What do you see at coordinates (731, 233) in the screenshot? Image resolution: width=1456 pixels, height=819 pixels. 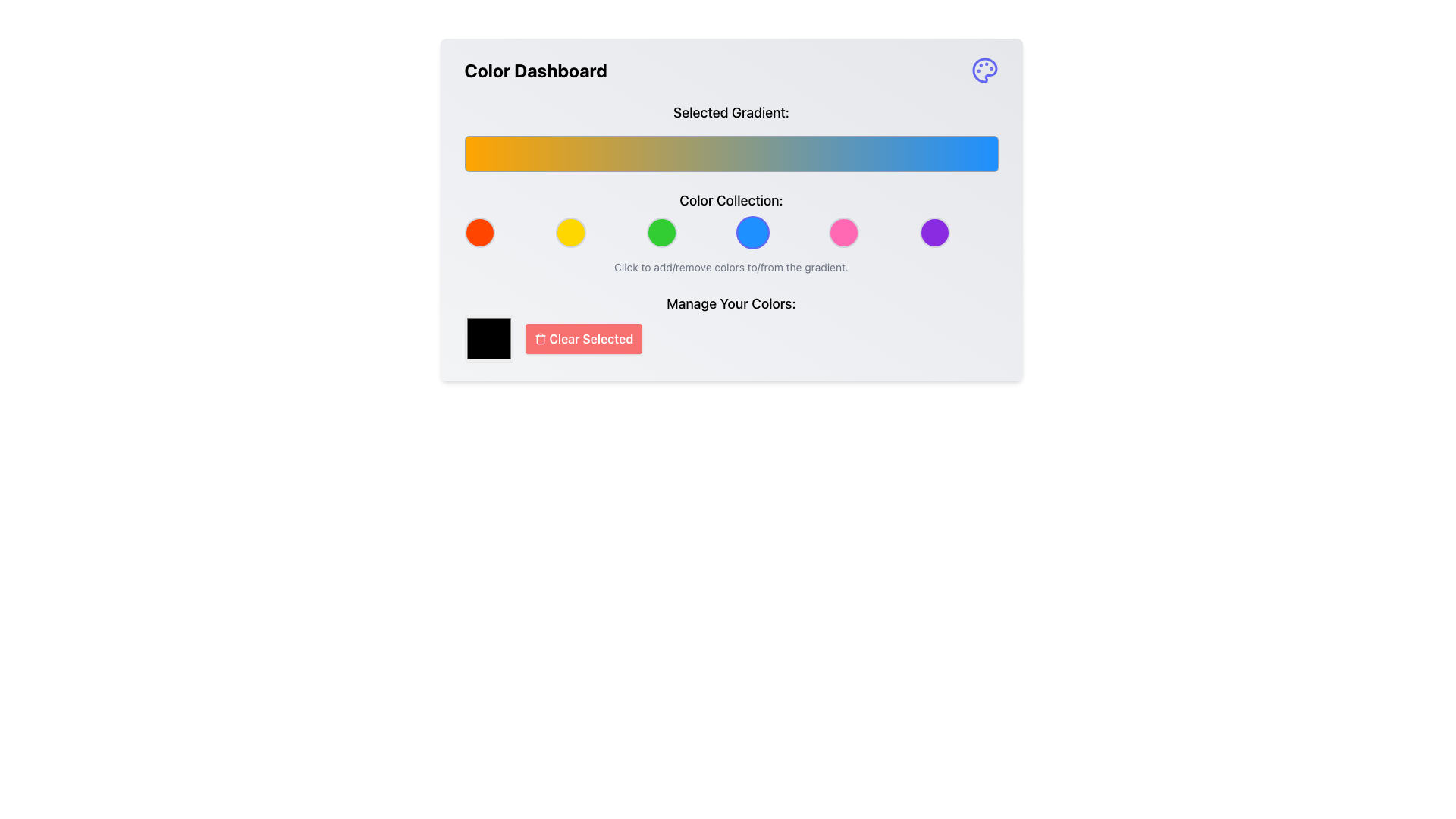 I see `one of the six circular color swatches in the 'Color Collection:' section` at bounding box center [731, 233].